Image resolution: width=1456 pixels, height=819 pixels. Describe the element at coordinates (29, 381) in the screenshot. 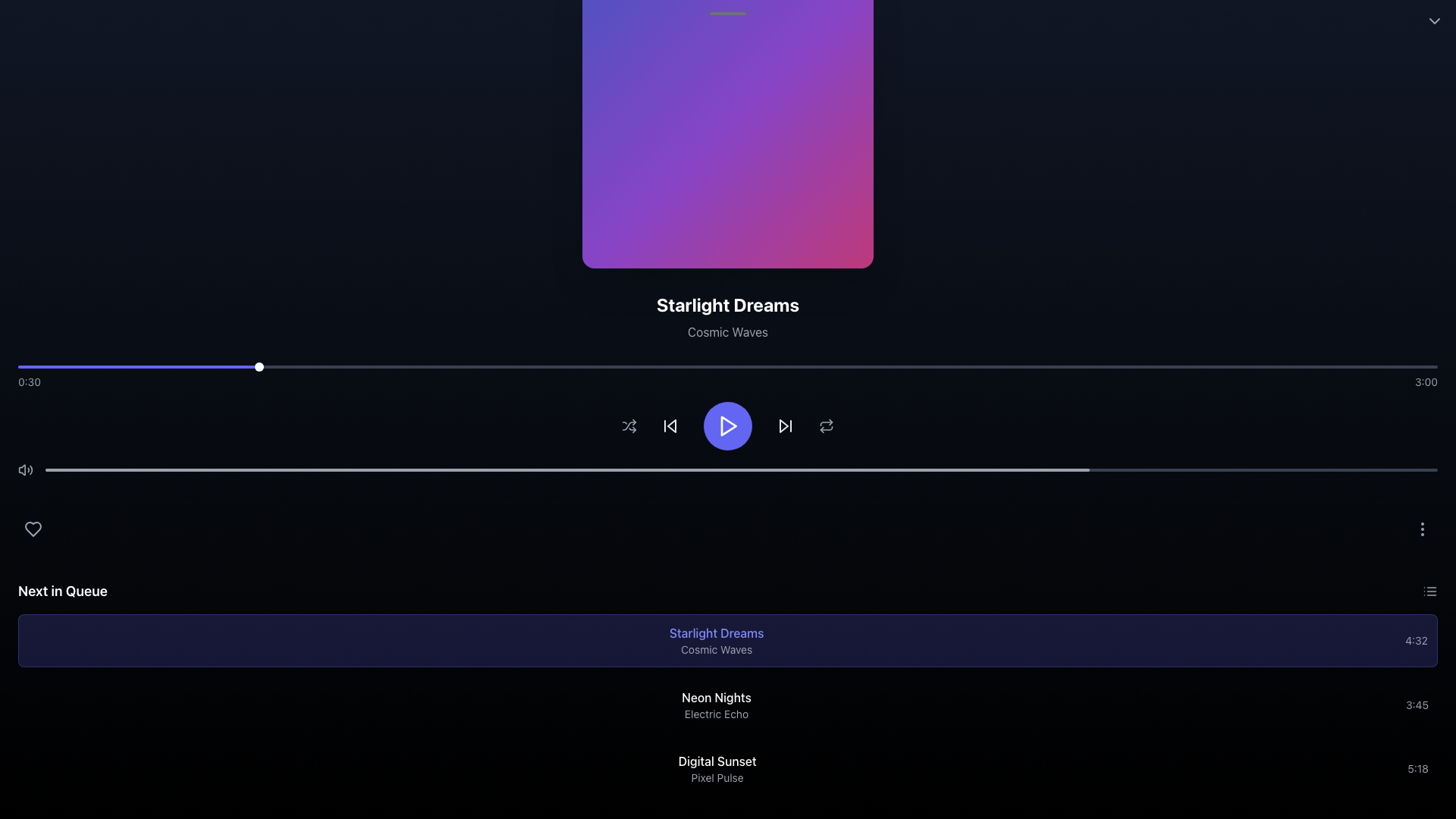

I see `text displayed in the elapsed time label located at the bottom-left of the progress bar, which shows the progression of playback` at that location.